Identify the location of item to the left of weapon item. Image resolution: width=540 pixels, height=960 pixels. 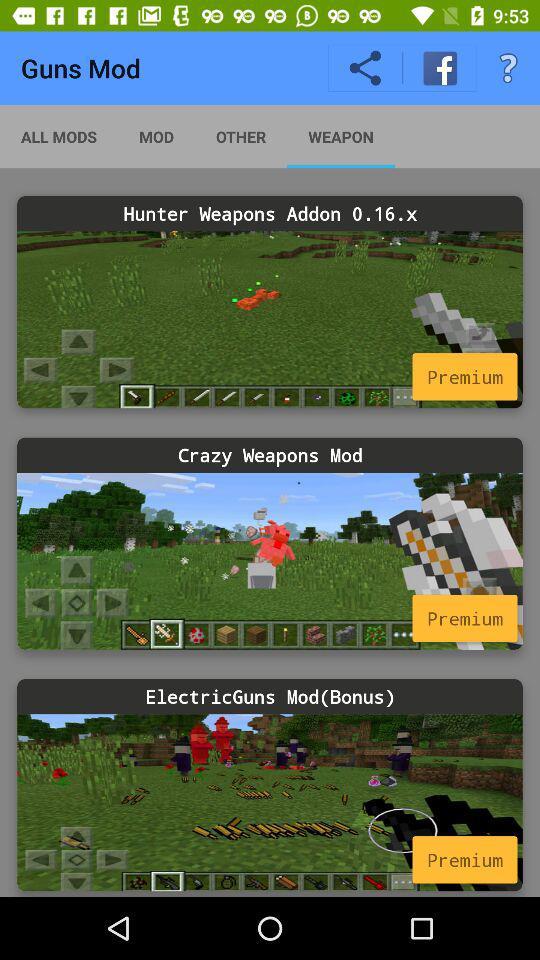
(241, 135).